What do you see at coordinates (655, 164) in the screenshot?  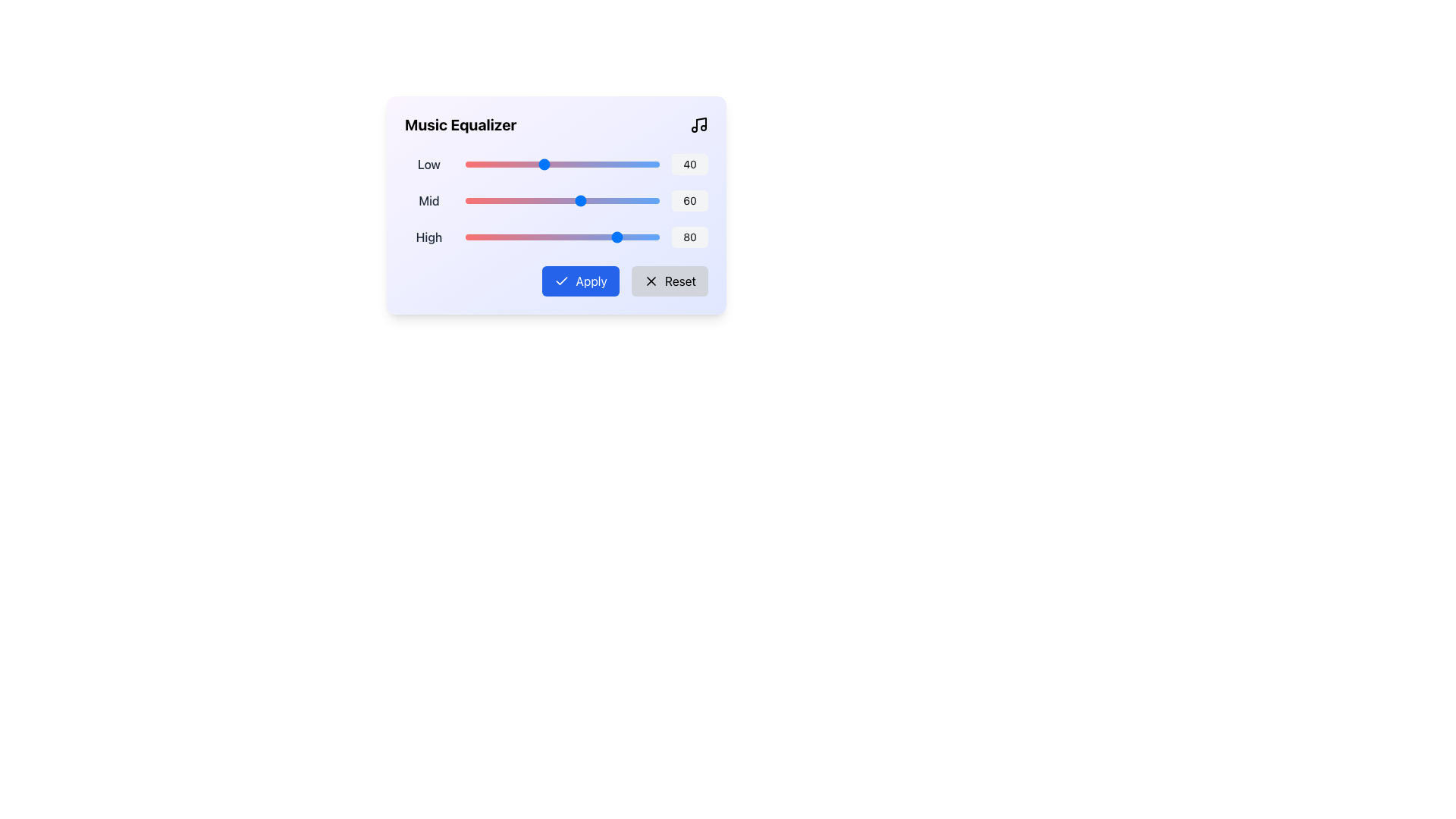 I see `the Low frequency equalizer value` at bounding box center [655, 164].